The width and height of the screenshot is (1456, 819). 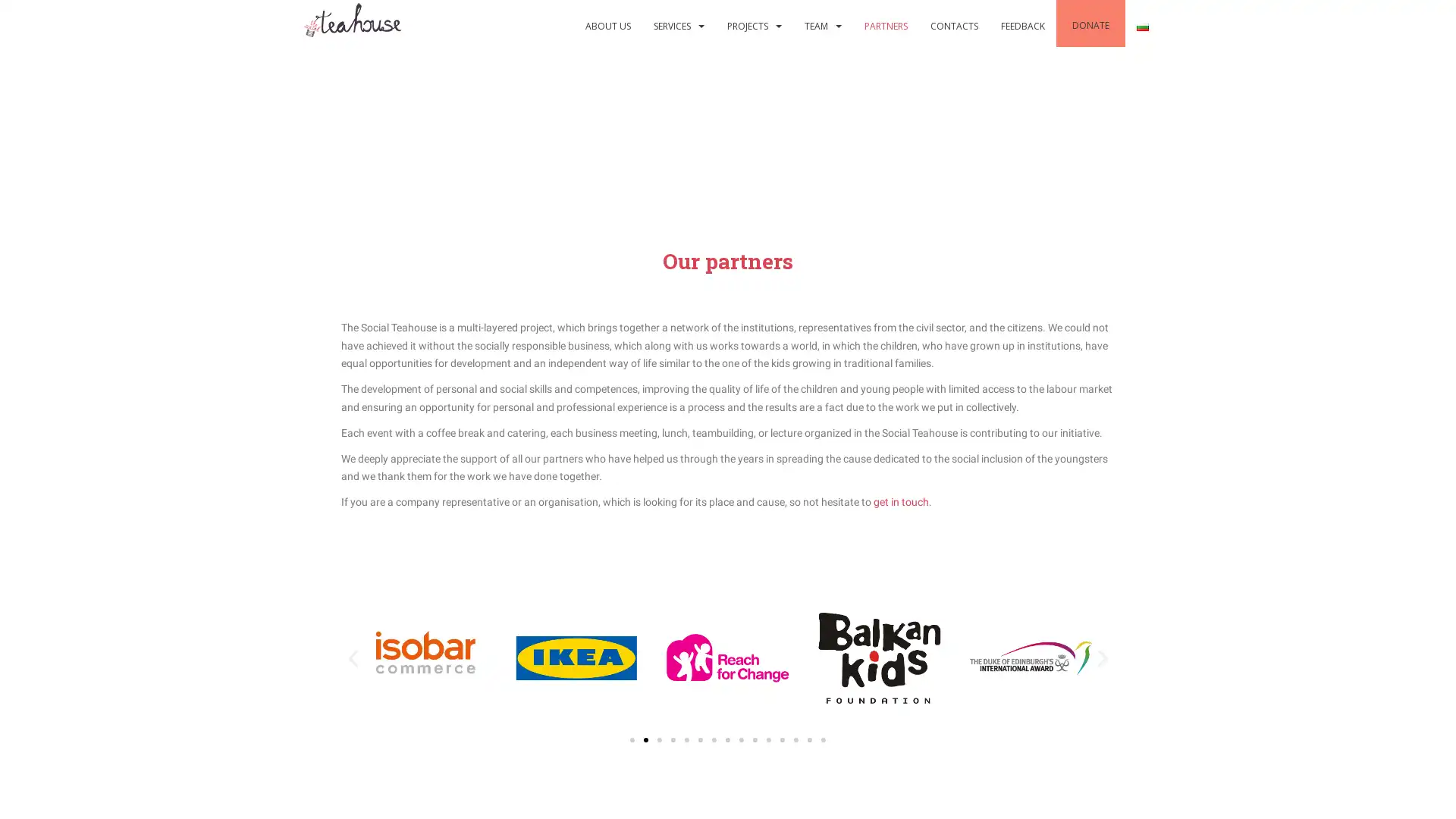 I want to click on Previous slide, so click(x=352, y=657).